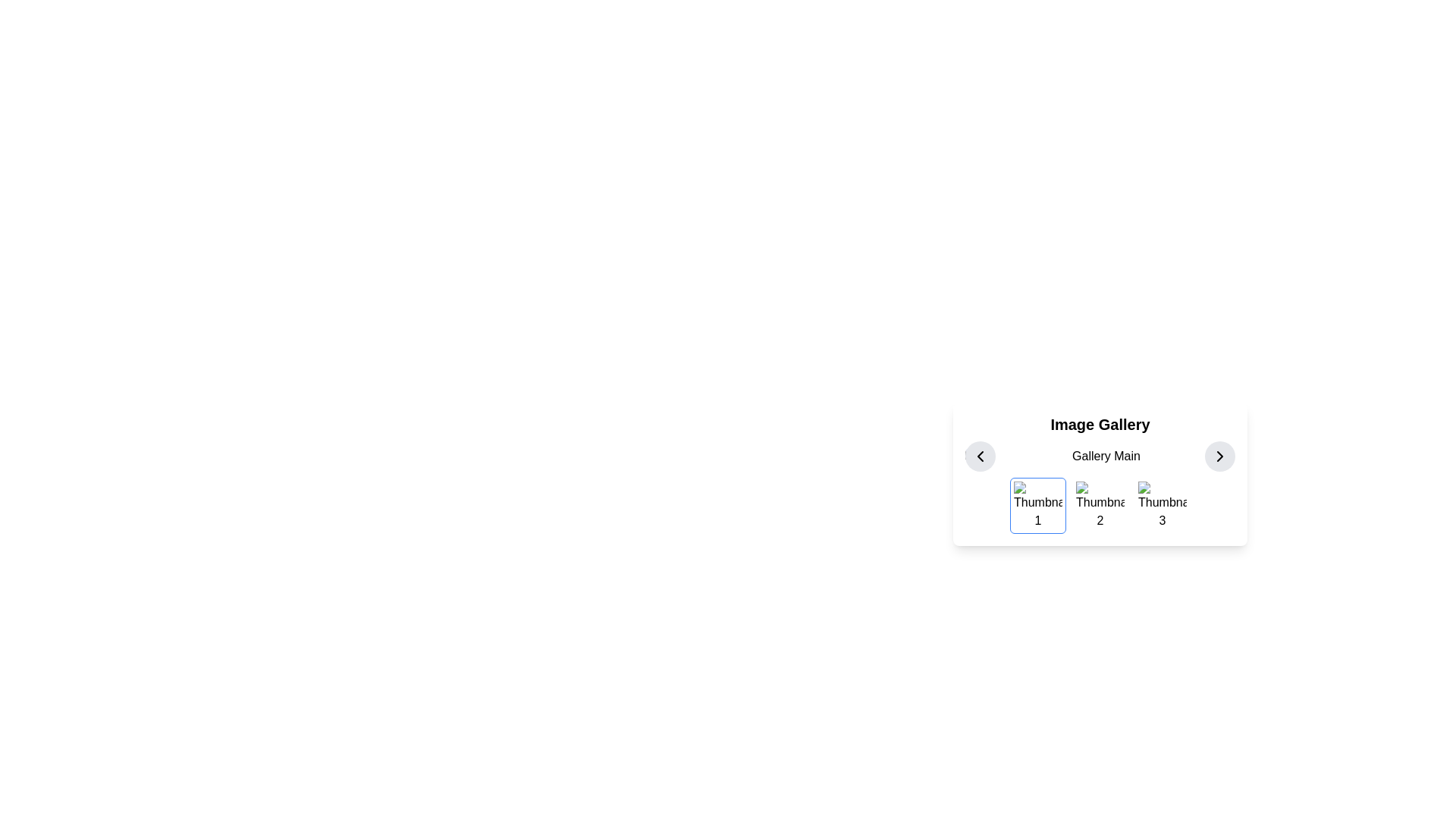 This screenshot has height=819, width=1456. What do you see at coordinates (1161, 506) in the screenshot?
I see `the rightmost image thumbnail in the gallery` at bounding box center [1161, 506].